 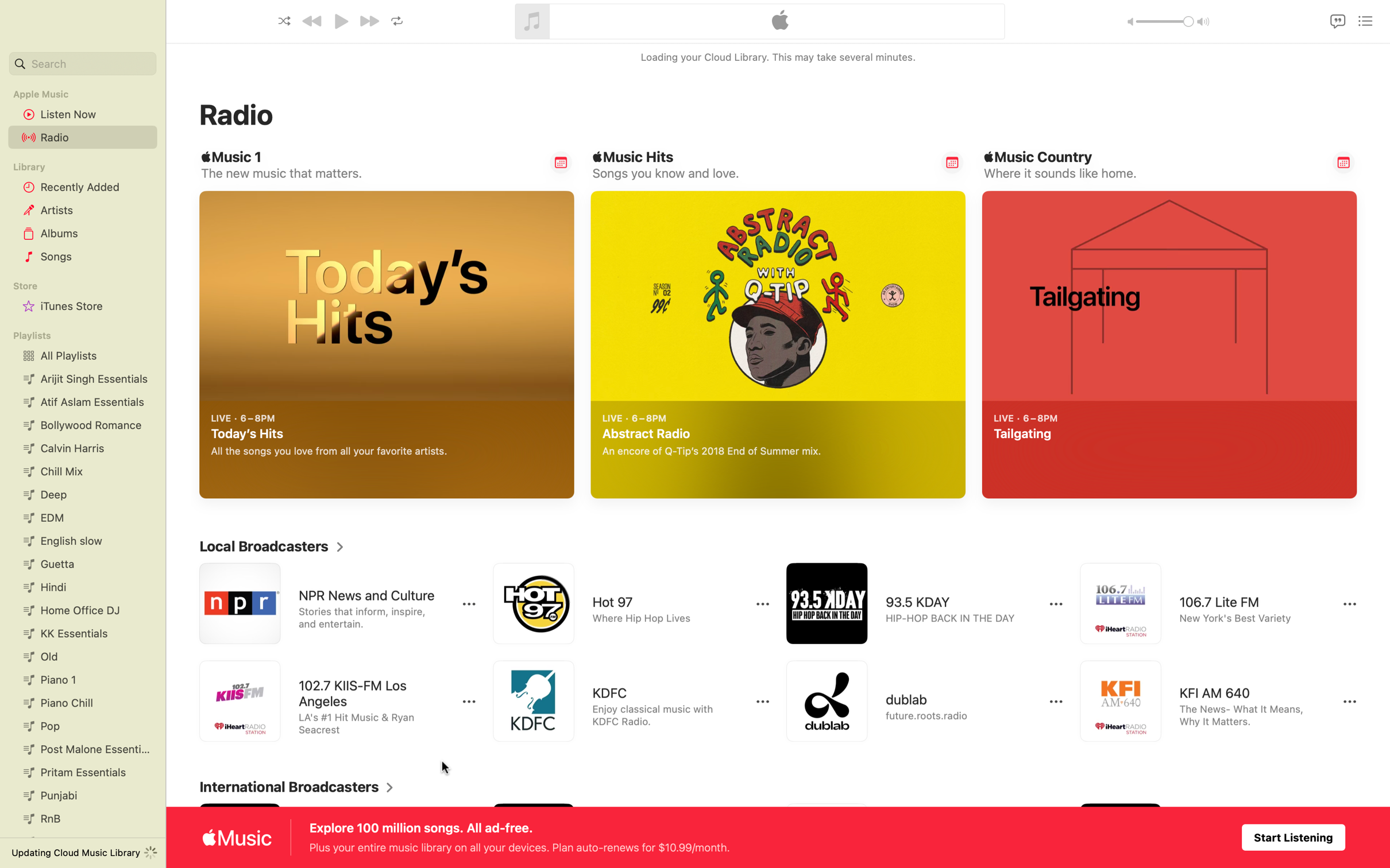 What do you see at coordinates (913, 603) in the screenshot?
I see `Tune into 93.5 KDAY` at bounding box center [913, 603].